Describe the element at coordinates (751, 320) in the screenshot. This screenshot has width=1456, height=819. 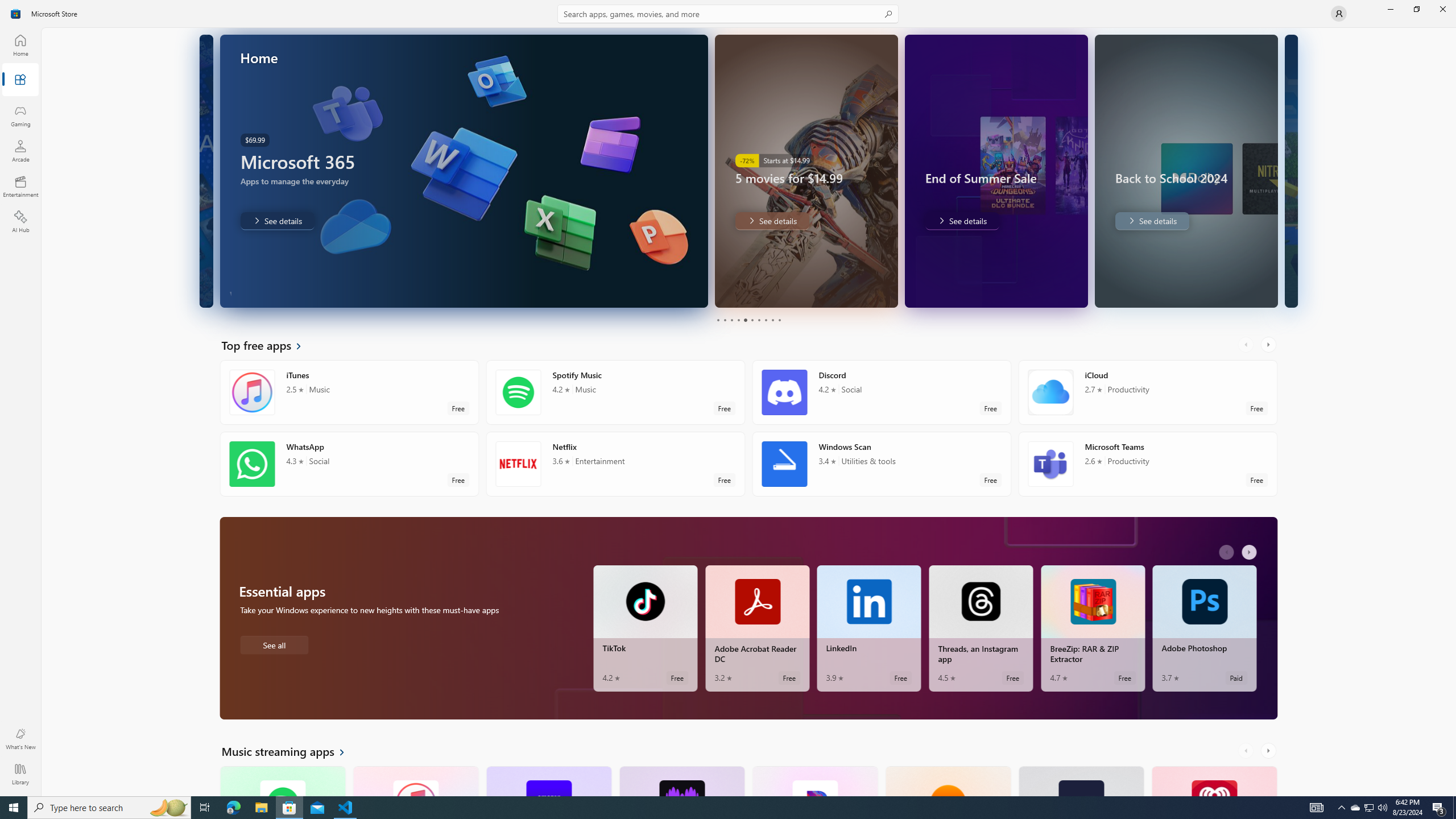
I see `'Page 6'` at that location.